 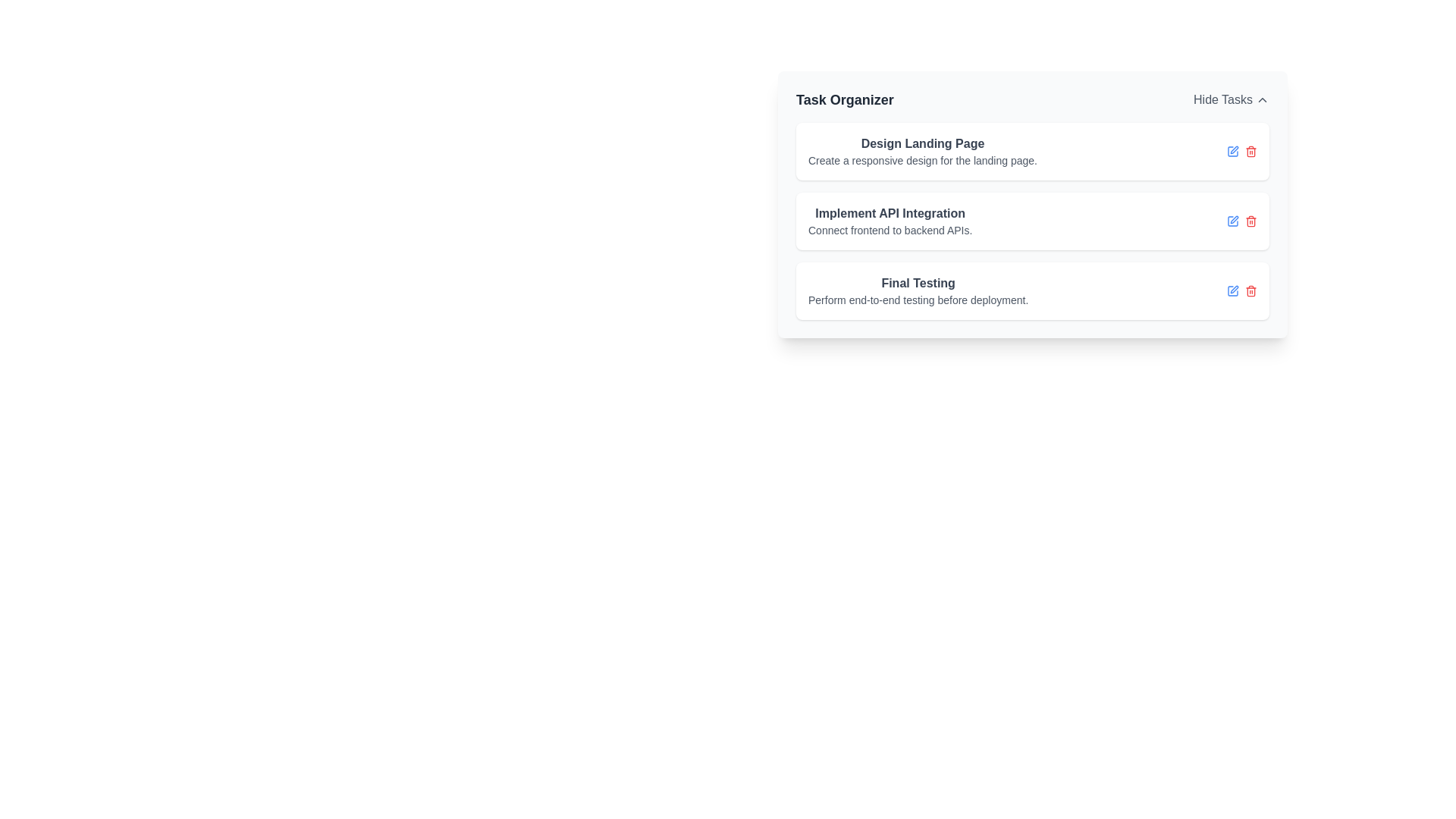 What do you see at coordinates (1231, 99) in the screenshot?
I see `the button located in the top-right corner of the 'Task Organizer' section` at bounding box center [1231, 99].